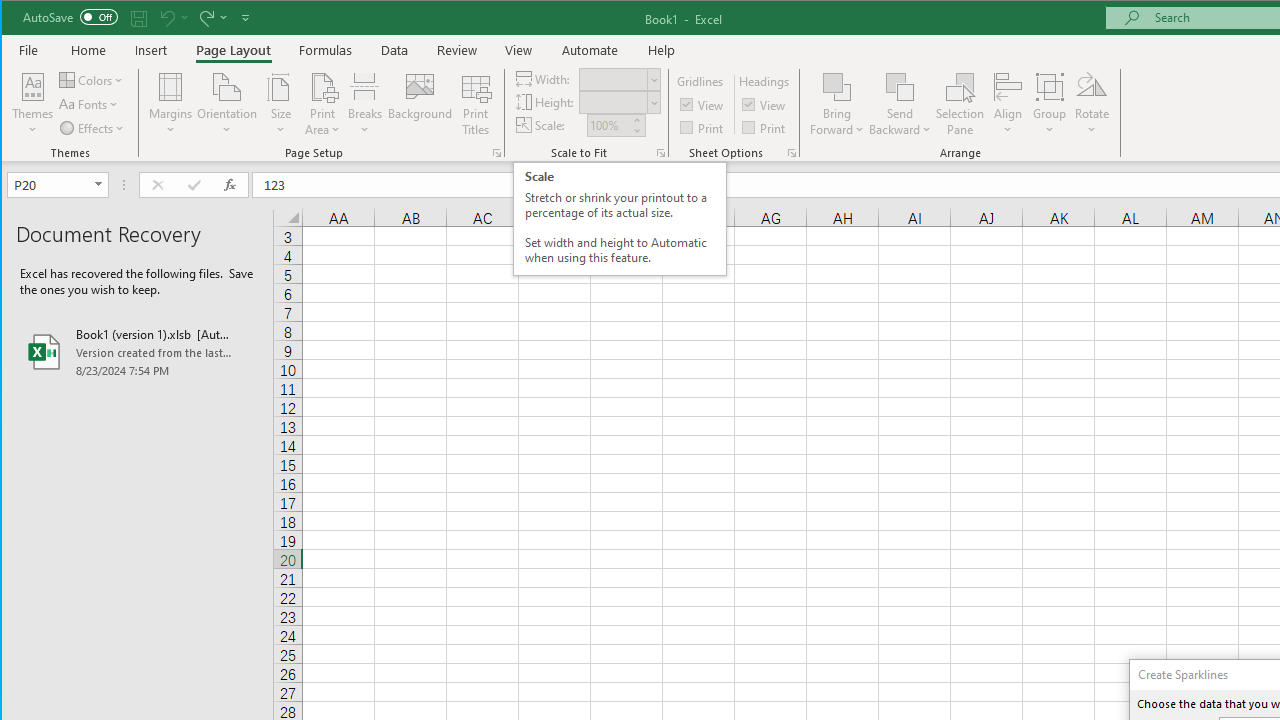  Describe the element at coordinates (326, 49) in the screenshot. I see `'Formulas'` at that location.